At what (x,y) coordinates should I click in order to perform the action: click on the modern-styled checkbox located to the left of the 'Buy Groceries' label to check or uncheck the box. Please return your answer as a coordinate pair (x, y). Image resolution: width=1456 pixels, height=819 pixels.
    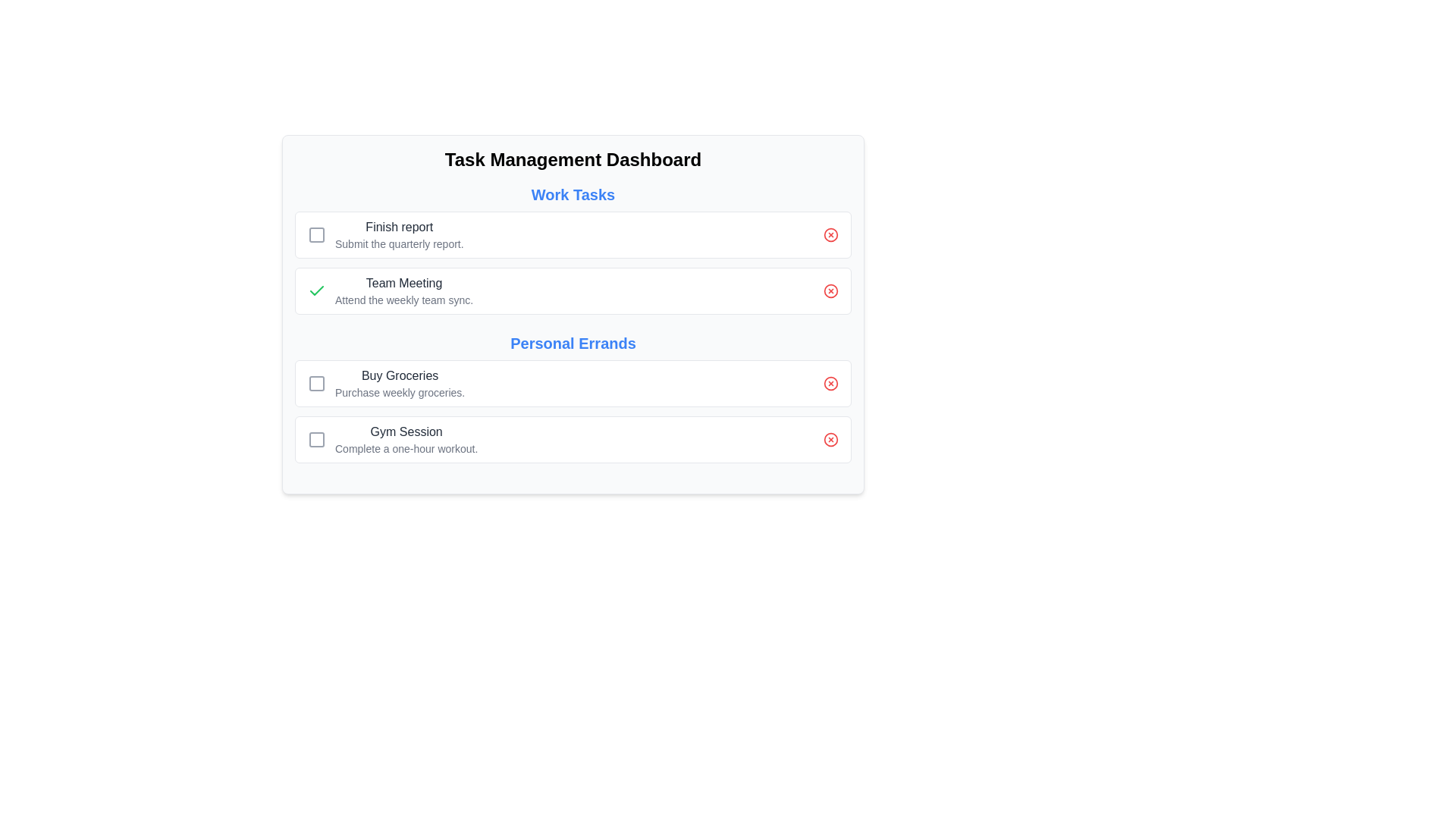
    Looking at the image, I should click on (315, 382).